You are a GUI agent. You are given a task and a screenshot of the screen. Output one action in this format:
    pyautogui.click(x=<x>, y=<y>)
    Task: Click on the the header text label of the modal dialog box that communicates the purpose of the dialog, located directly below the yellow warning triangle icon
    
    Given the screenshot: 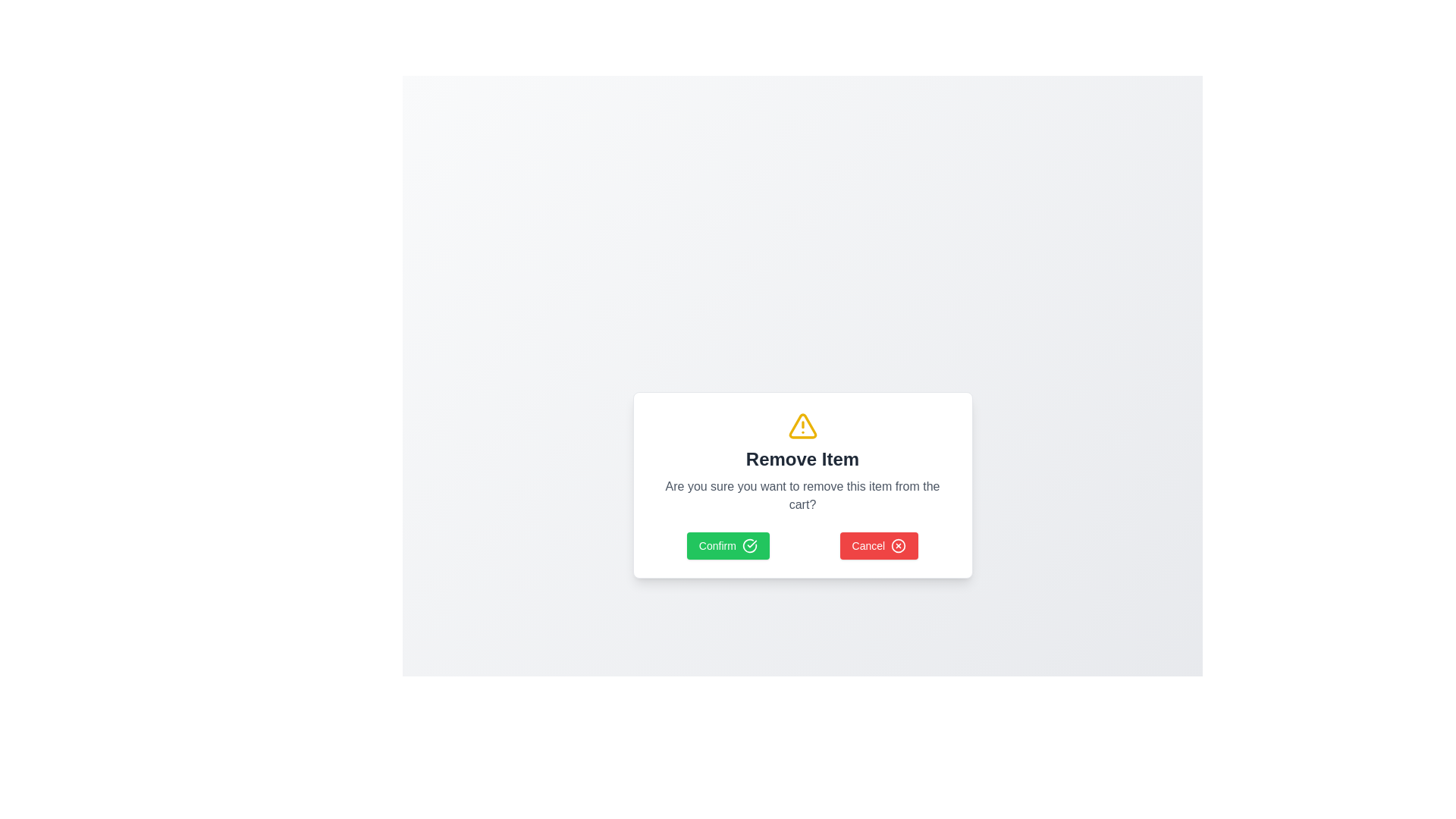 What is the action you would take?
    pyautogui.click(x=802, y=458)
    